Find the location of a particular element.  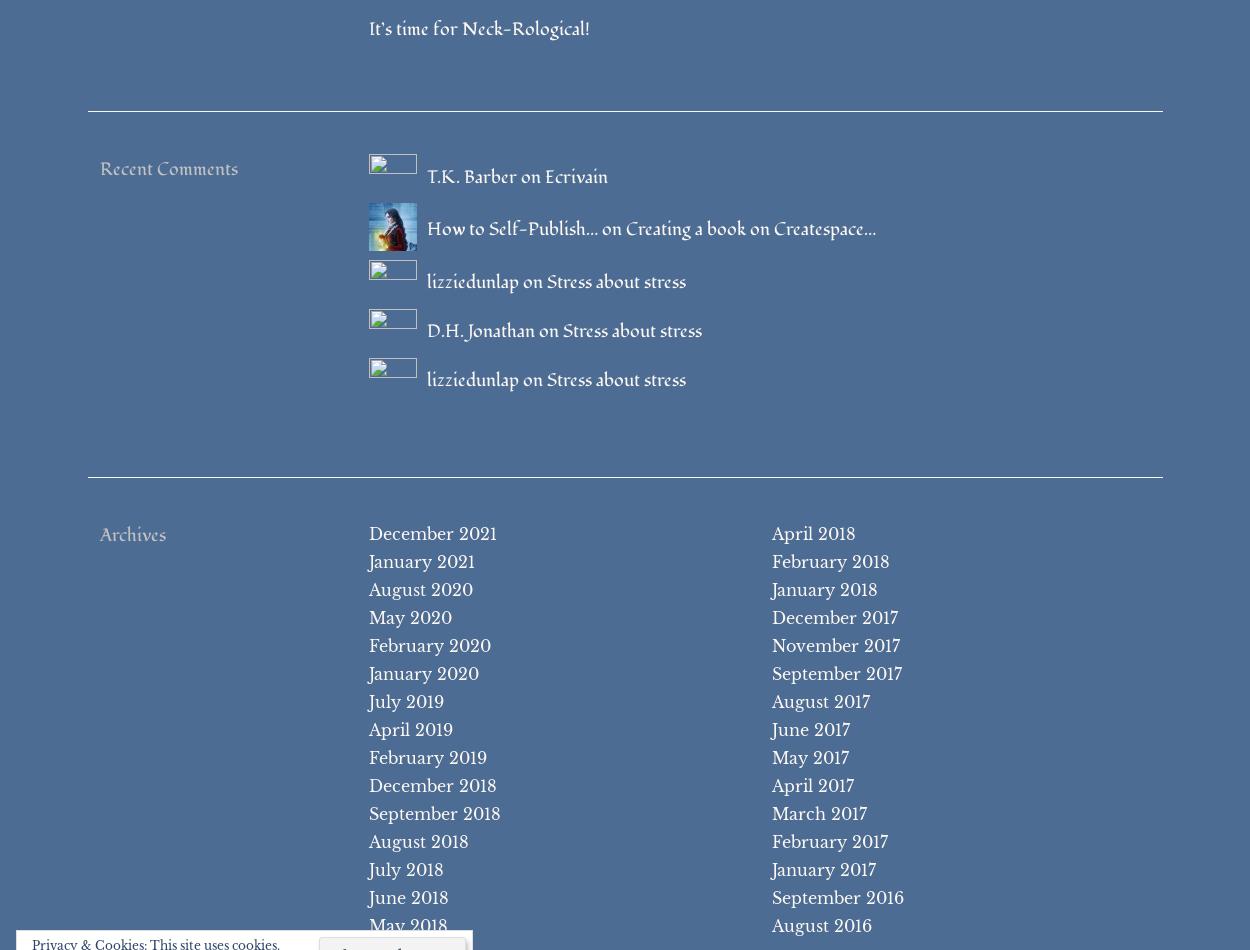

'March 2017' is located at coordinates (771, 812).